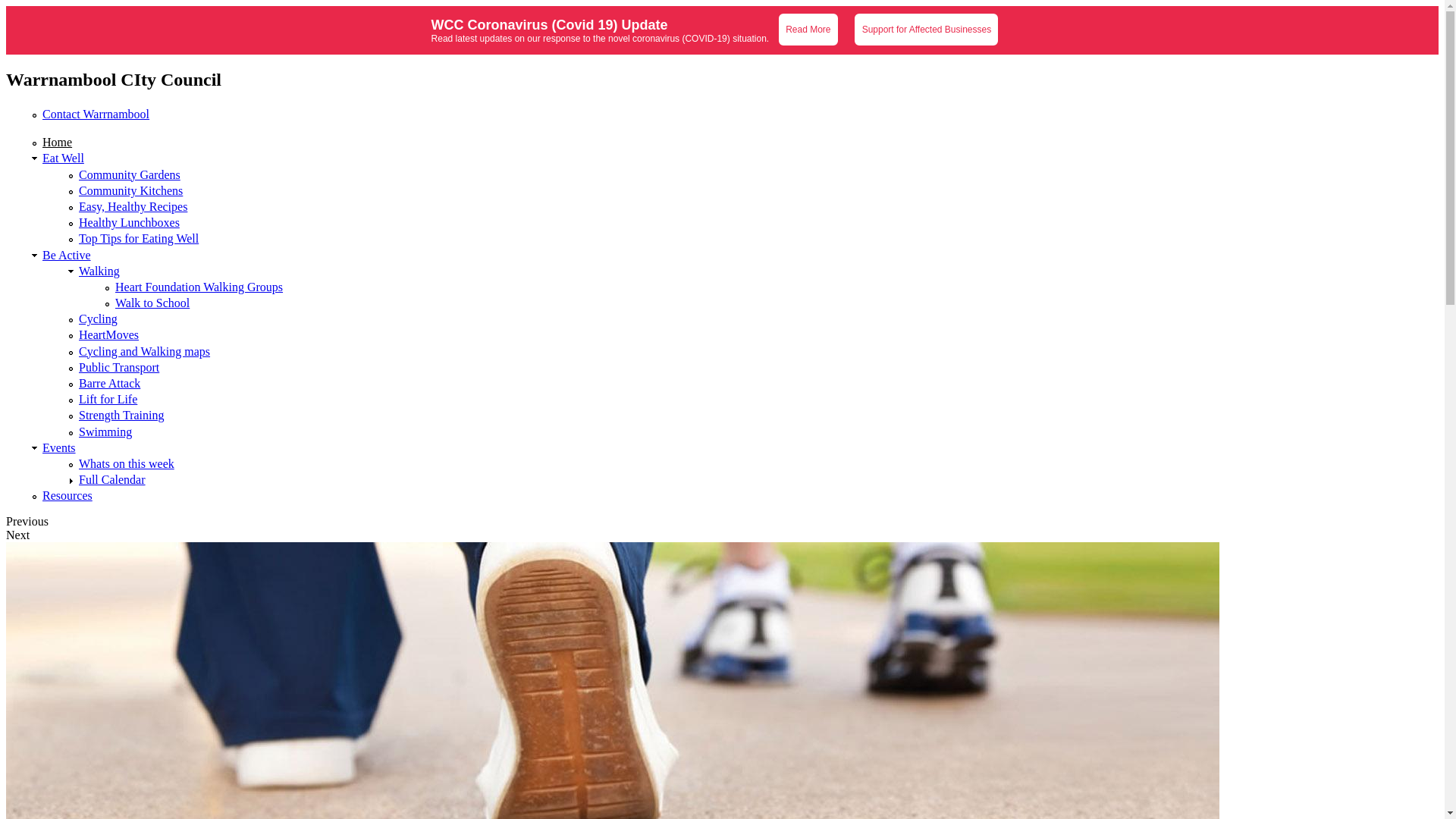 This screenshot has height=819, width=1456. I want to click on 'Contact Warrnambool', so click(95, 113).